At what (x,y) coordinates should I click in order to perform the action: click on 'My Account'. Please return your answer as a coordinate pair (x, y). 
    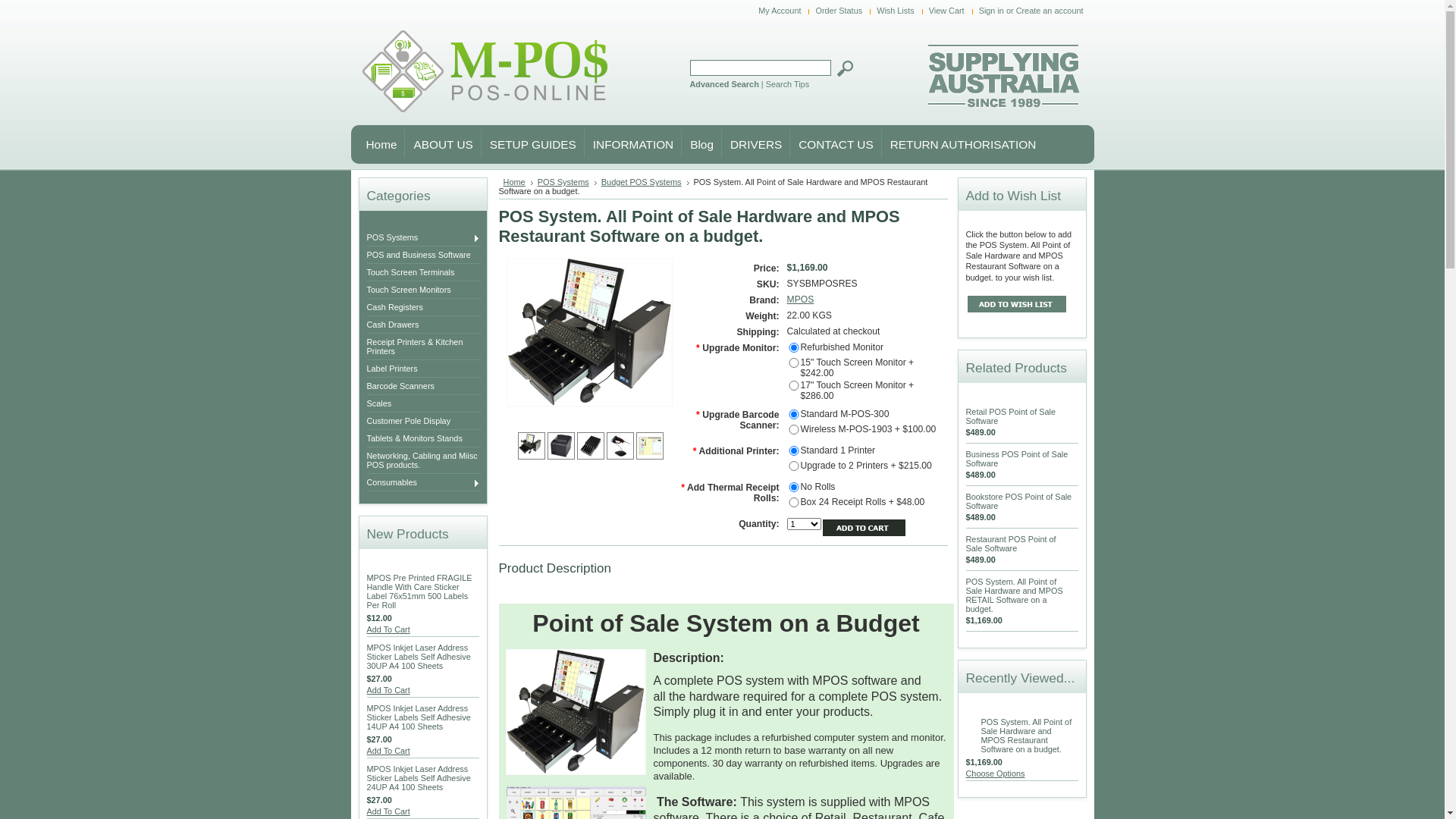
    Looking at the image, I should click on (781, 11).